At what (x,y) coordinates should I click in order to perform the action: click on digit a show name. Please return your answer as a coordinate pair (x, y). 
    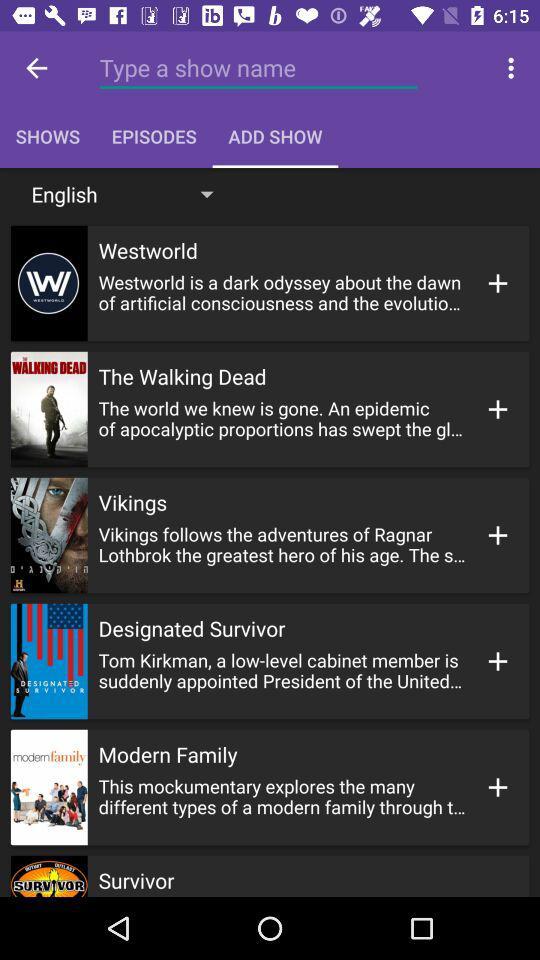
    Looking at the image, I should click on (258, 68).